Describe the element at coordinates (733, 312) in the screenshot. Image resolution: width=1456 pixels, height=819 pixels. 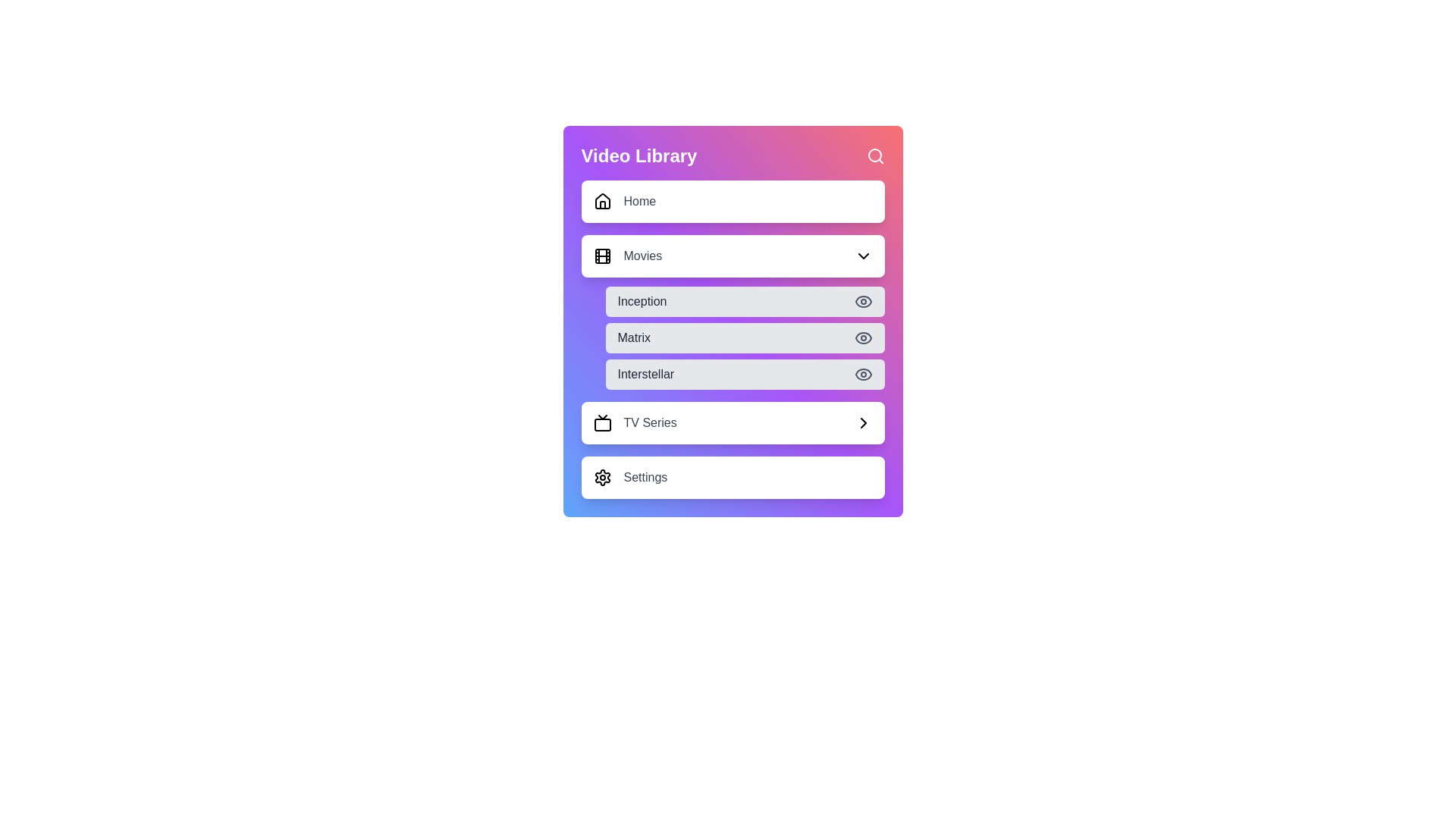
I see `the movie options in the 'Movies' dropdown section, which includes 'Inception', 'Matrix', and 'Interstellar'` at that location.